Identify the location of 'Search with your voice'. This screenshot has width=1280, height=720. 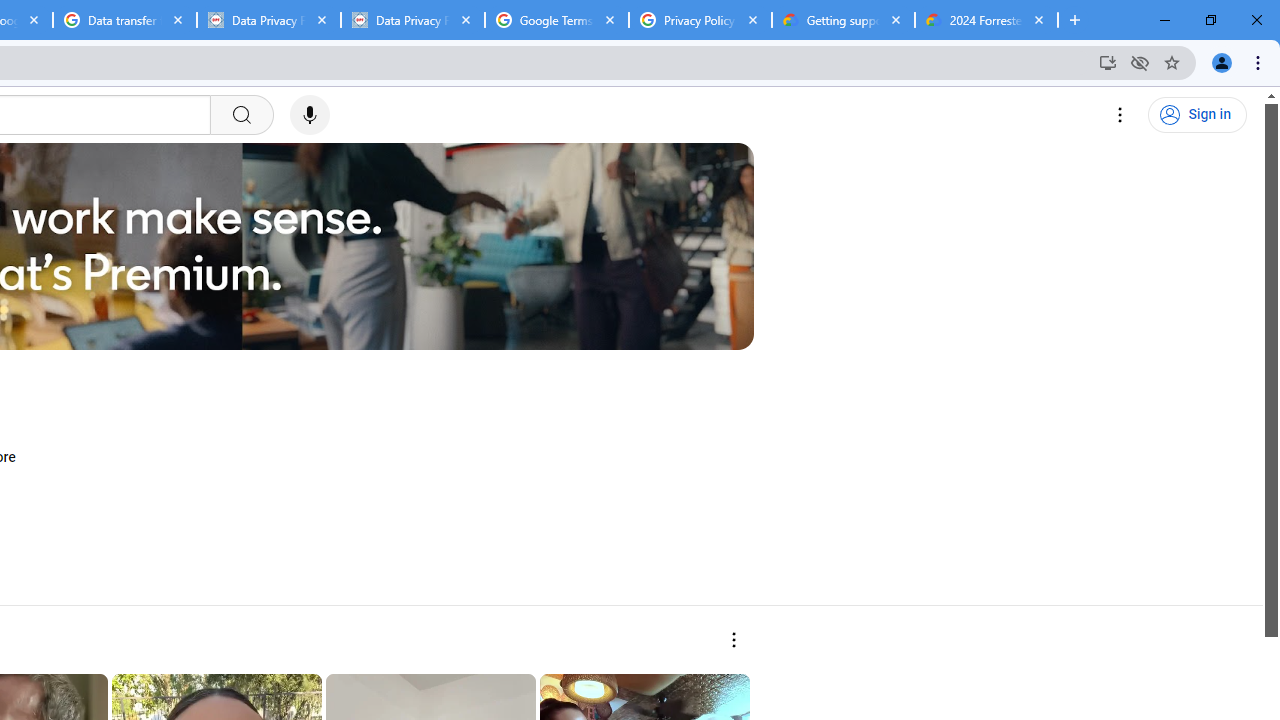
(308, 115).